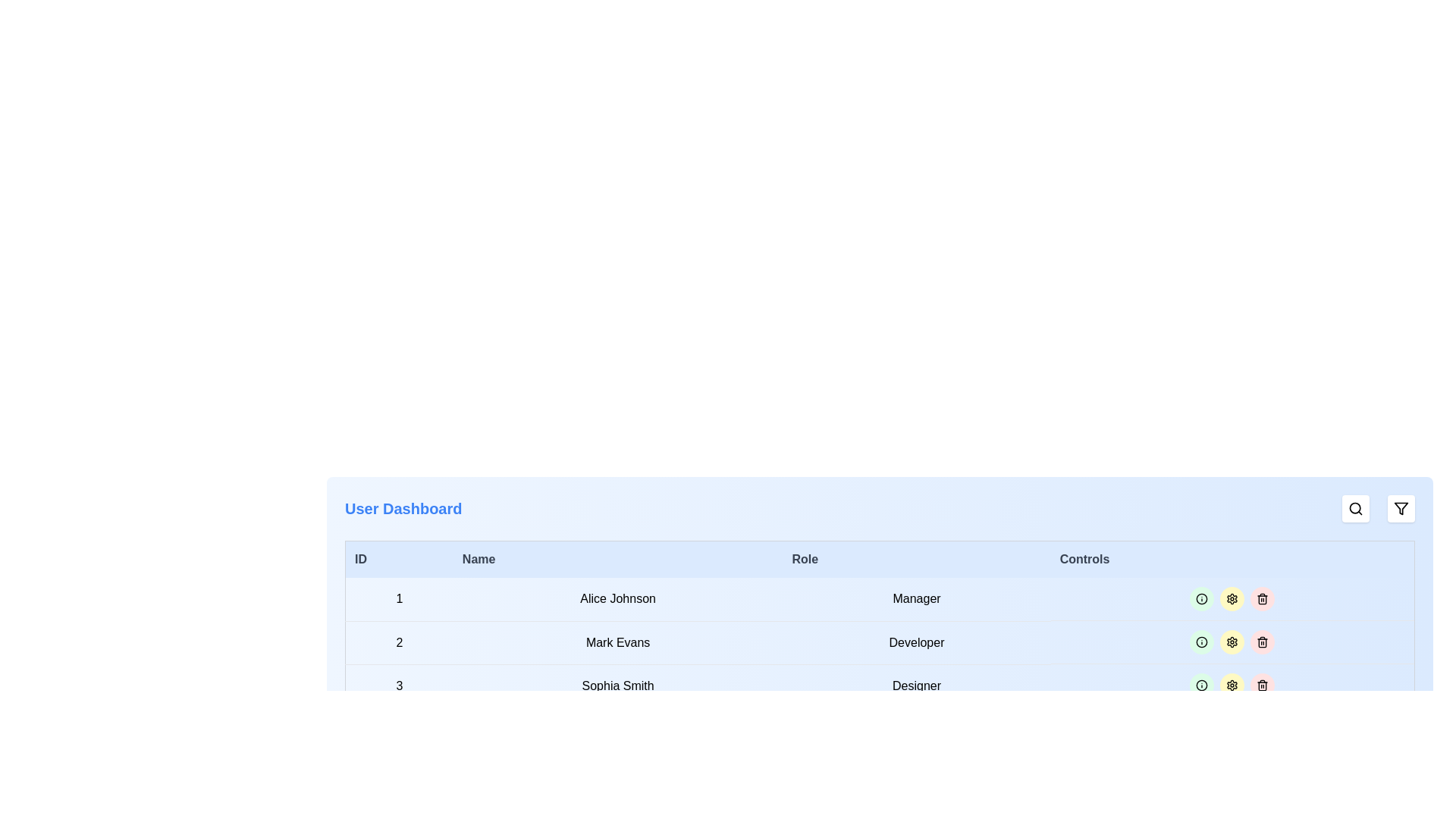  I want to click on the static text label indicating the role of 'Sophia Smith' in the data table, which is located in the third row and third column under the 'Role' header, so click(916, 686).